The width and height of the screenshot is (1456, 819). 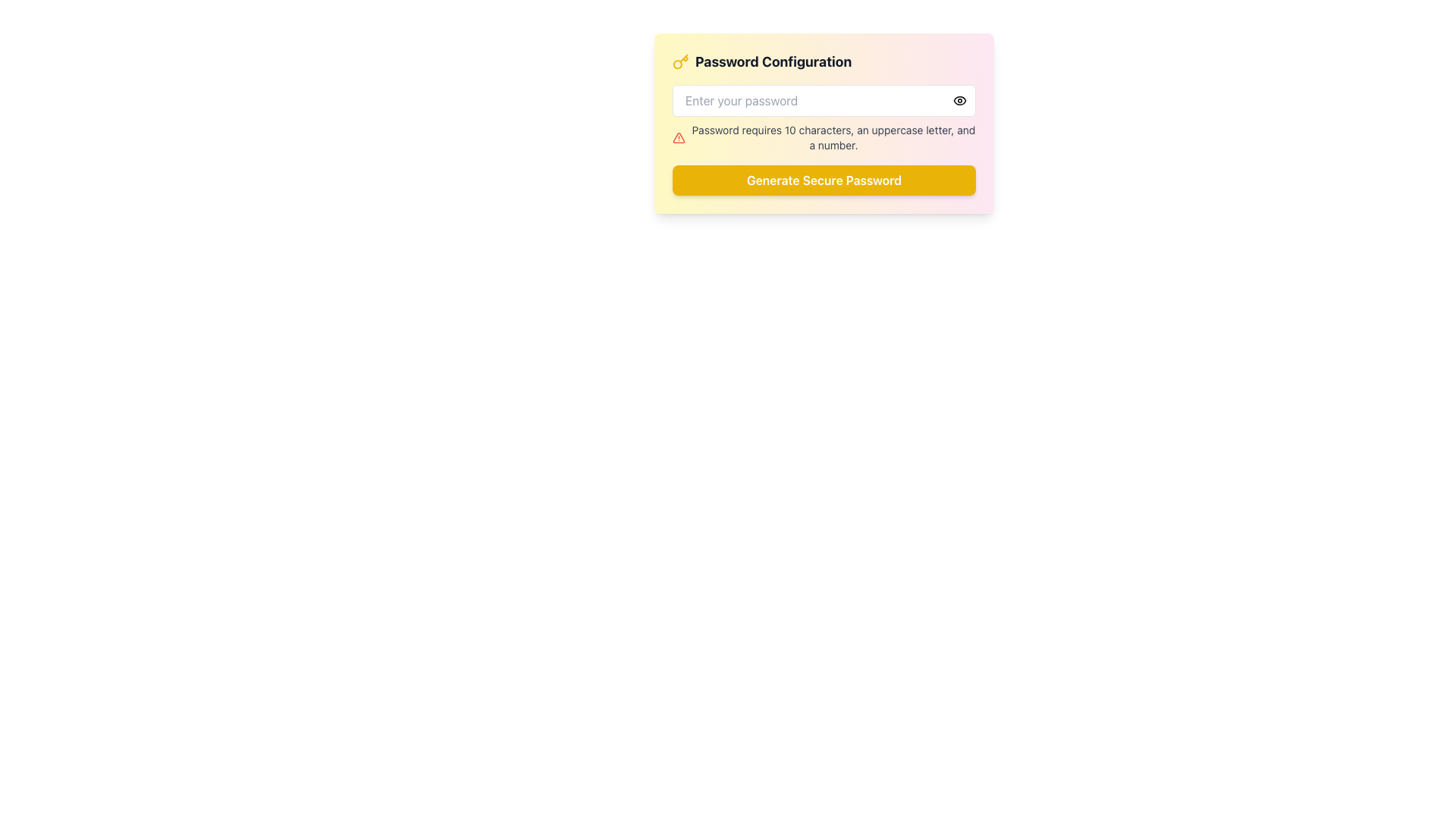 I want to click on the text label that states 'Password requires 10 characters, an uppercase letter, and a number.' which is styled in small gray font and positioned below a triangular alert icon, so click(x=833, y=137).